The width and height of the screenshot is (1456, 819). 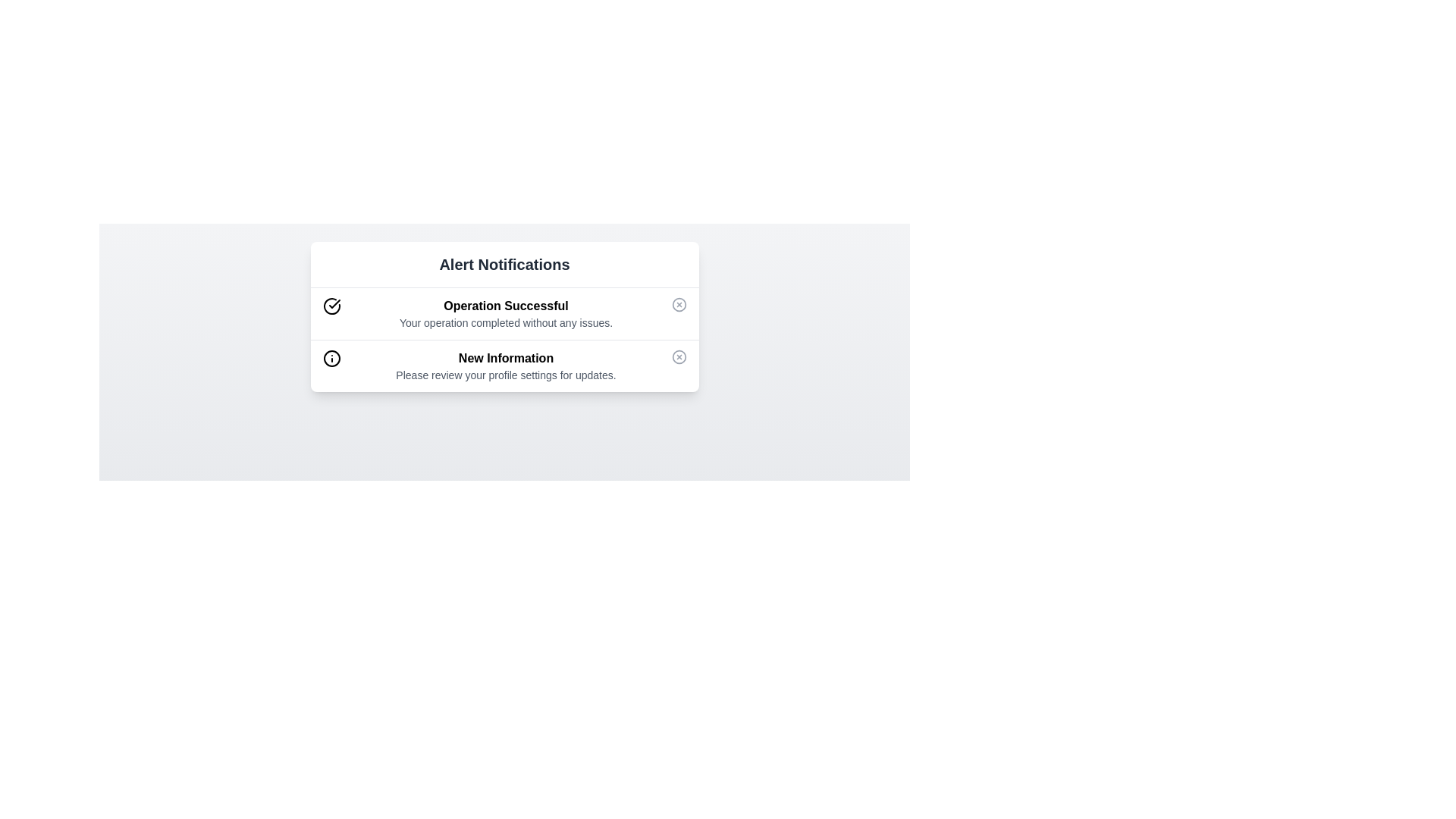 I want to click on the close button located at the top-right corner of the notification card, so click(x=678, y=304).